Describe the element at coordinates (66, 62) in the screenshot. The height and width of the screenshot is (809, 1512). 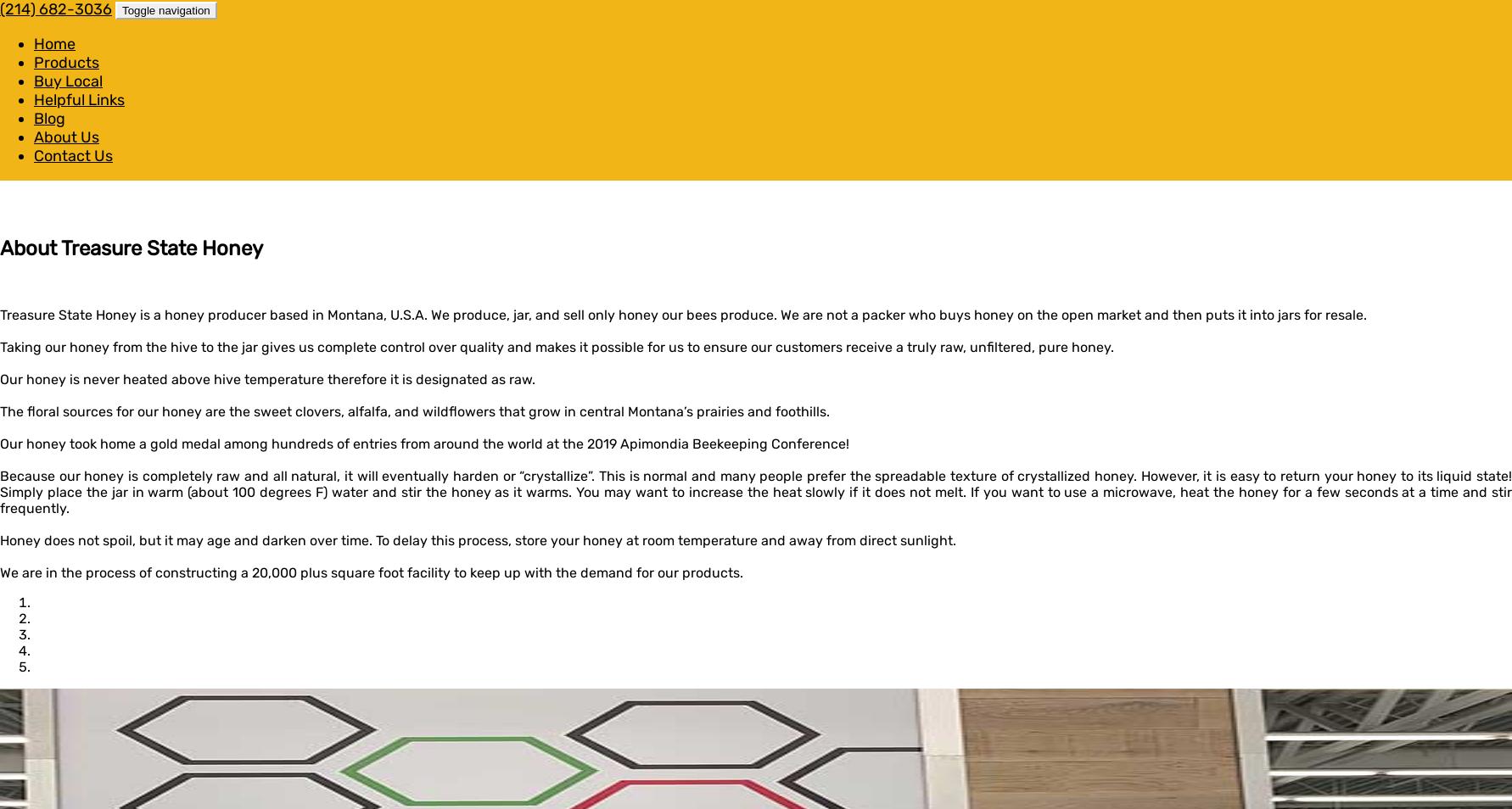
I see `'Products'` at that location.